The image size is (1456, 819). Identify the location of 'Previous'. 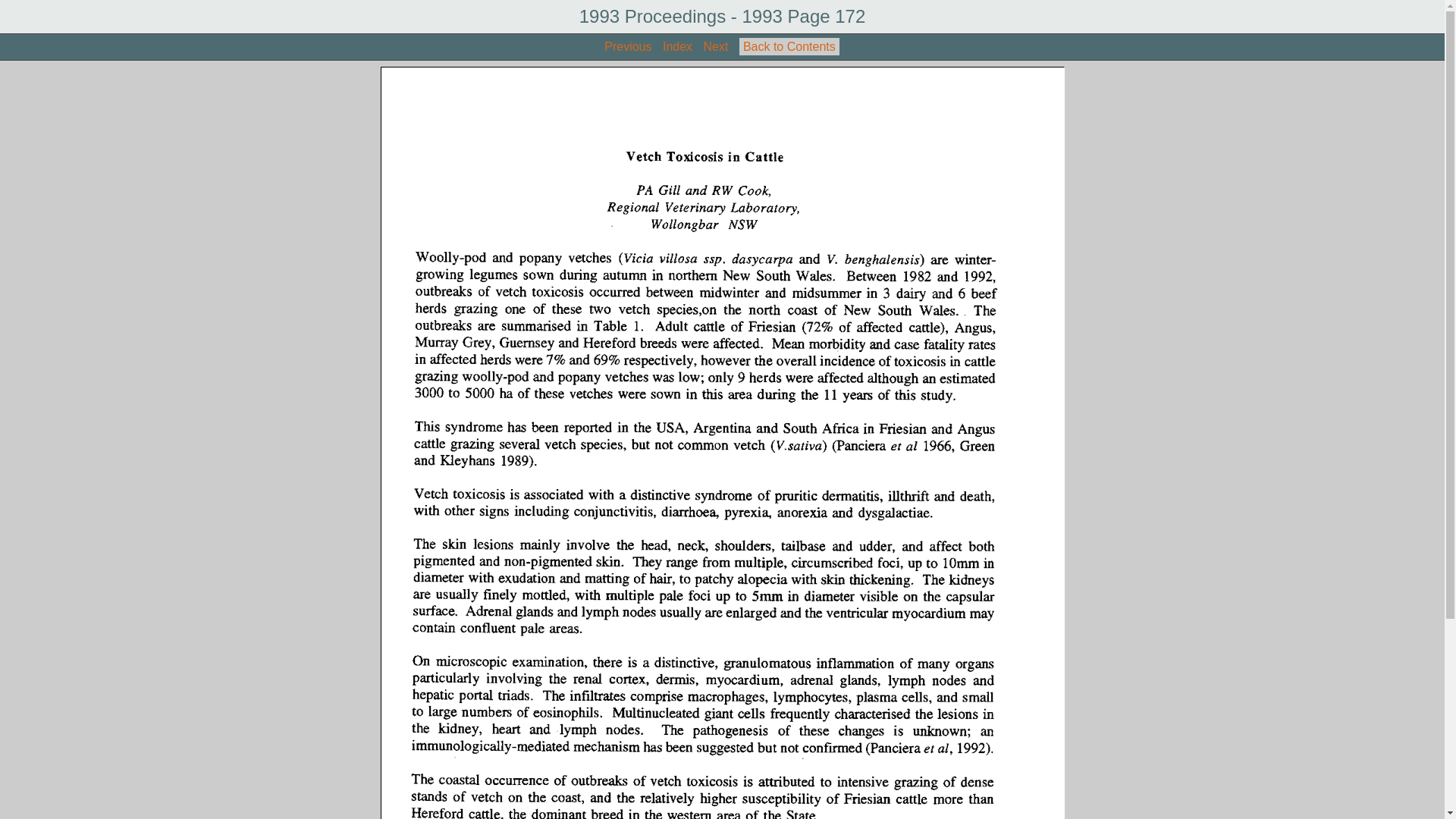
(628, 45).